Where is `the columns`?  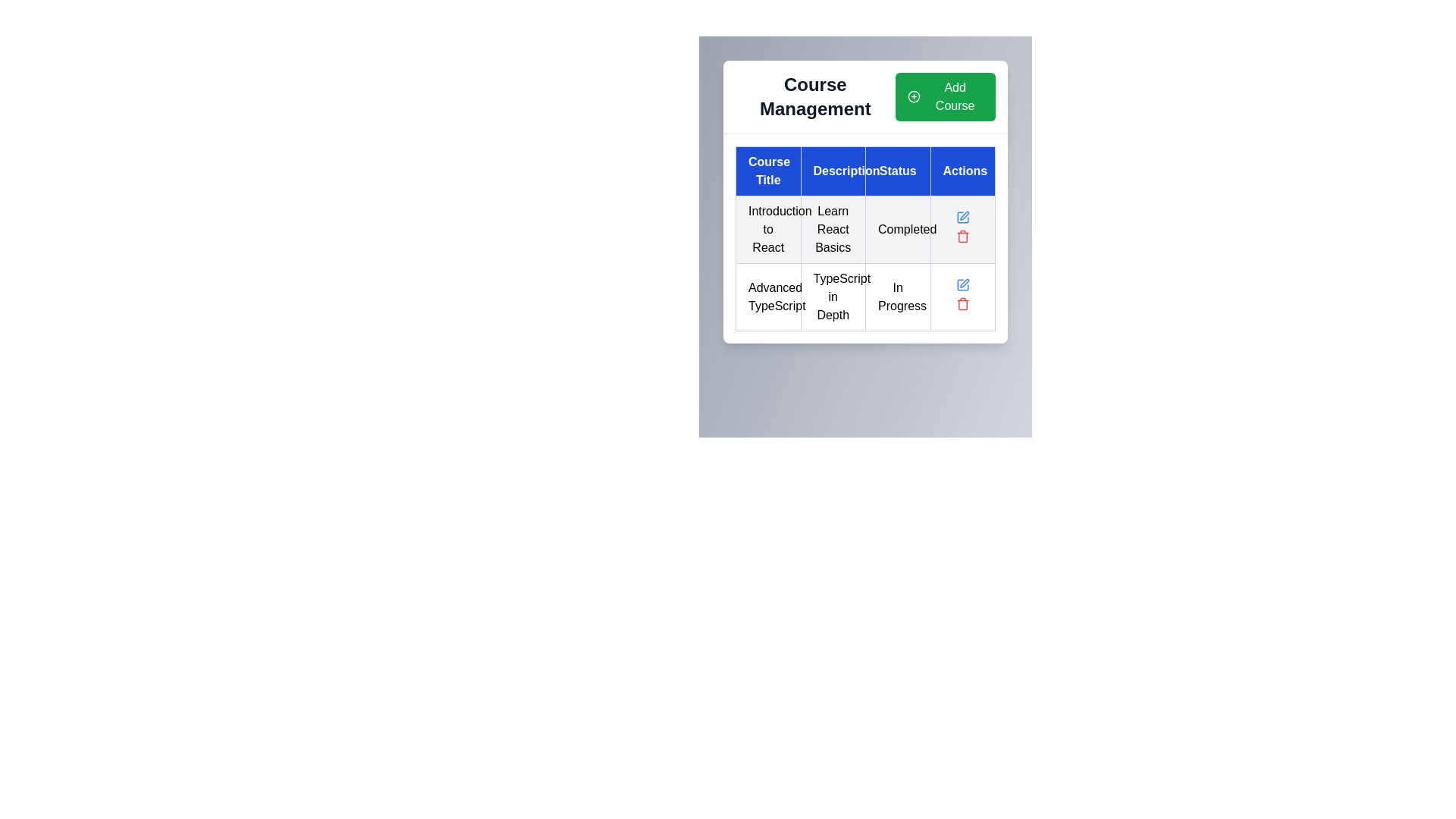
the columns is located at coordinates (865, 171).